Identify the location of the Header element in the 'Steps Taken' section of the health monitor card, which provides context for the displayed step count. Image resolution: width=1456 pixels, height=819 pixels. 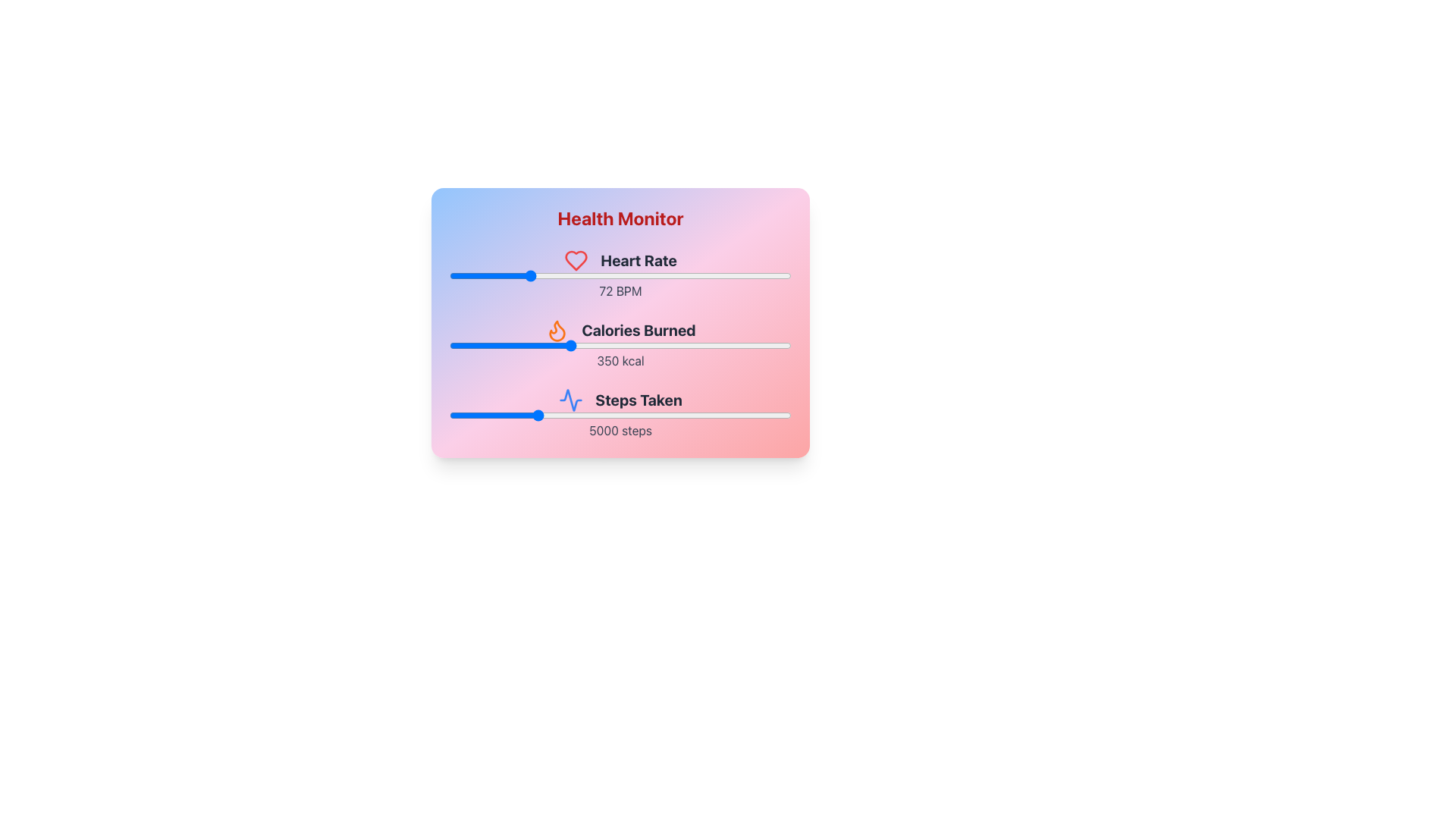
(620, 400).